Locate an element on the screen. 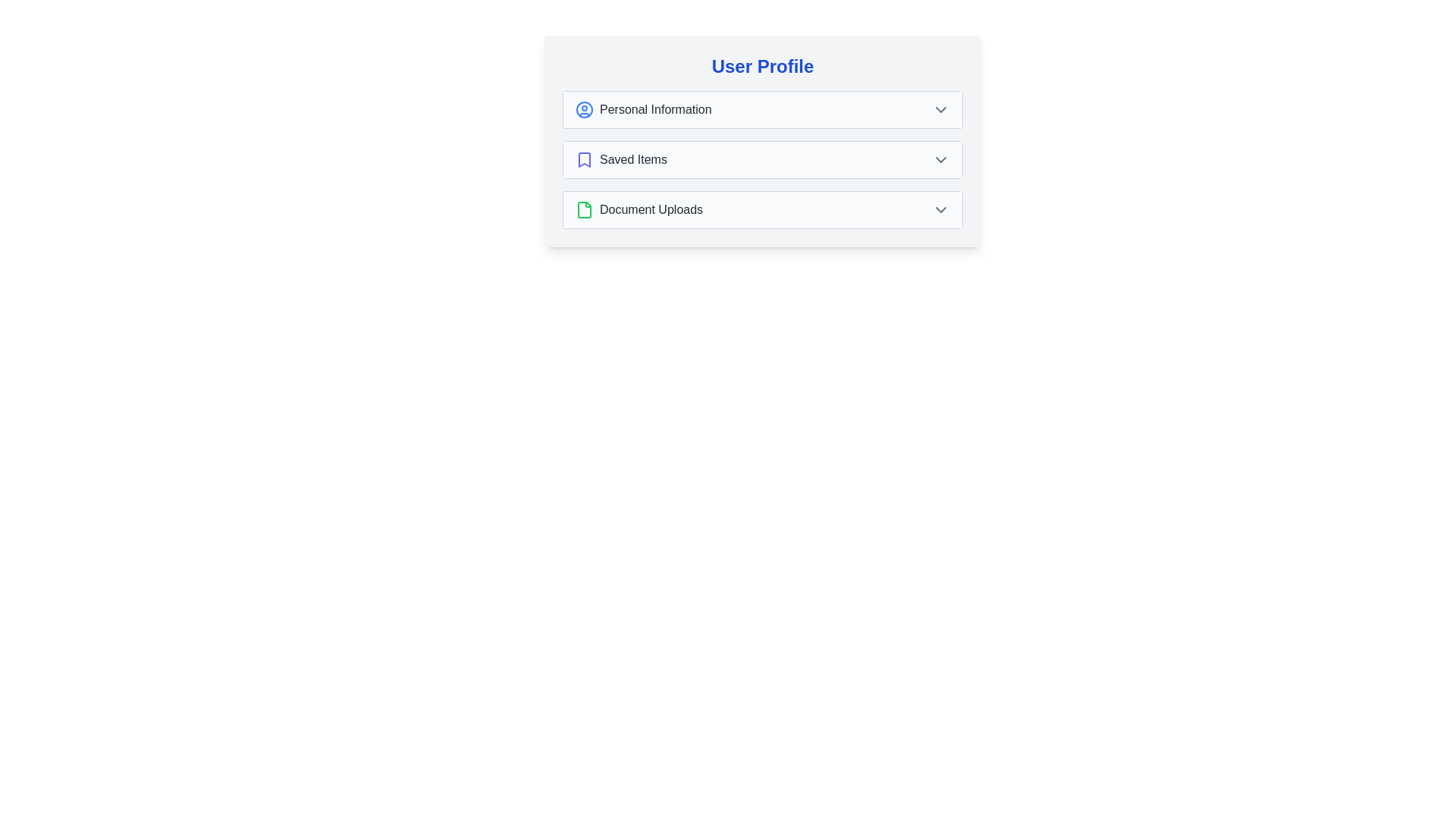 This screenshot has width=1456, height=819. the graphical representation of the circular user icon with a blue outline, located in the leftmost area of the 'Personal Information' row, preceding the text label 'Personal Information' is located at coordinates (584, 109).